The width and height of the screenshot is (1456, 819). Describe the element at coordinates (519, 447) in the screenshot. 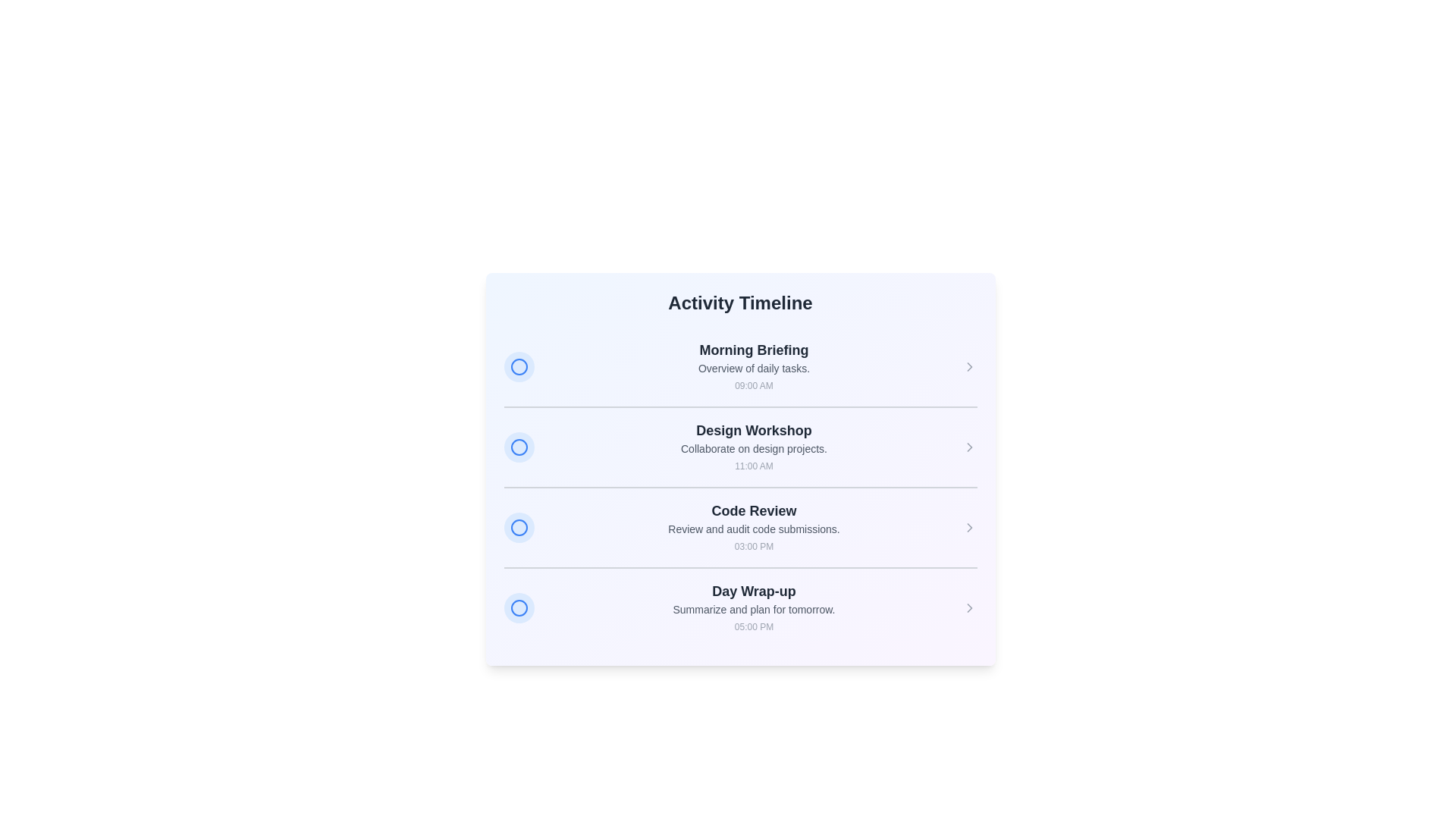

I see `the circular icon indicator with a blue border located in the timeline UI, positioned second in the order, next to 'Design Workshop'` at that location.